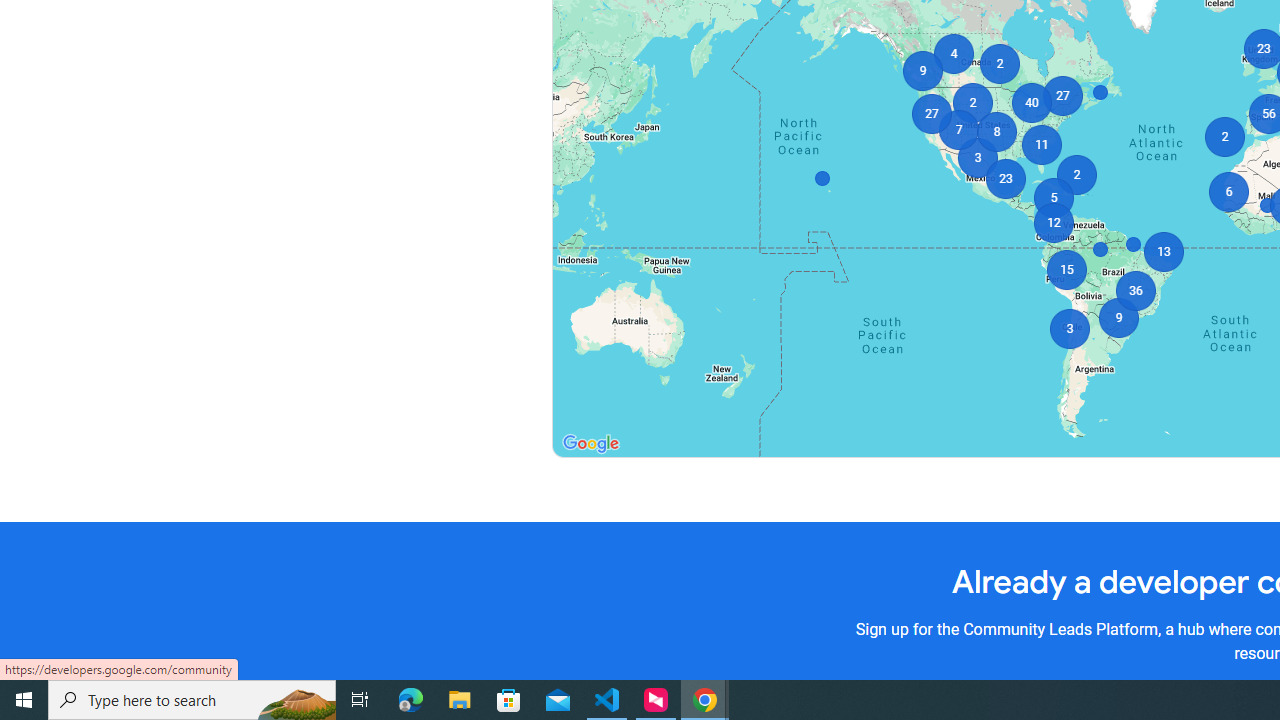 This screenshot has width=1280, height=720. Describe the element at coordinates (957, 129) in the screenshot. I see `'7'` at that location.